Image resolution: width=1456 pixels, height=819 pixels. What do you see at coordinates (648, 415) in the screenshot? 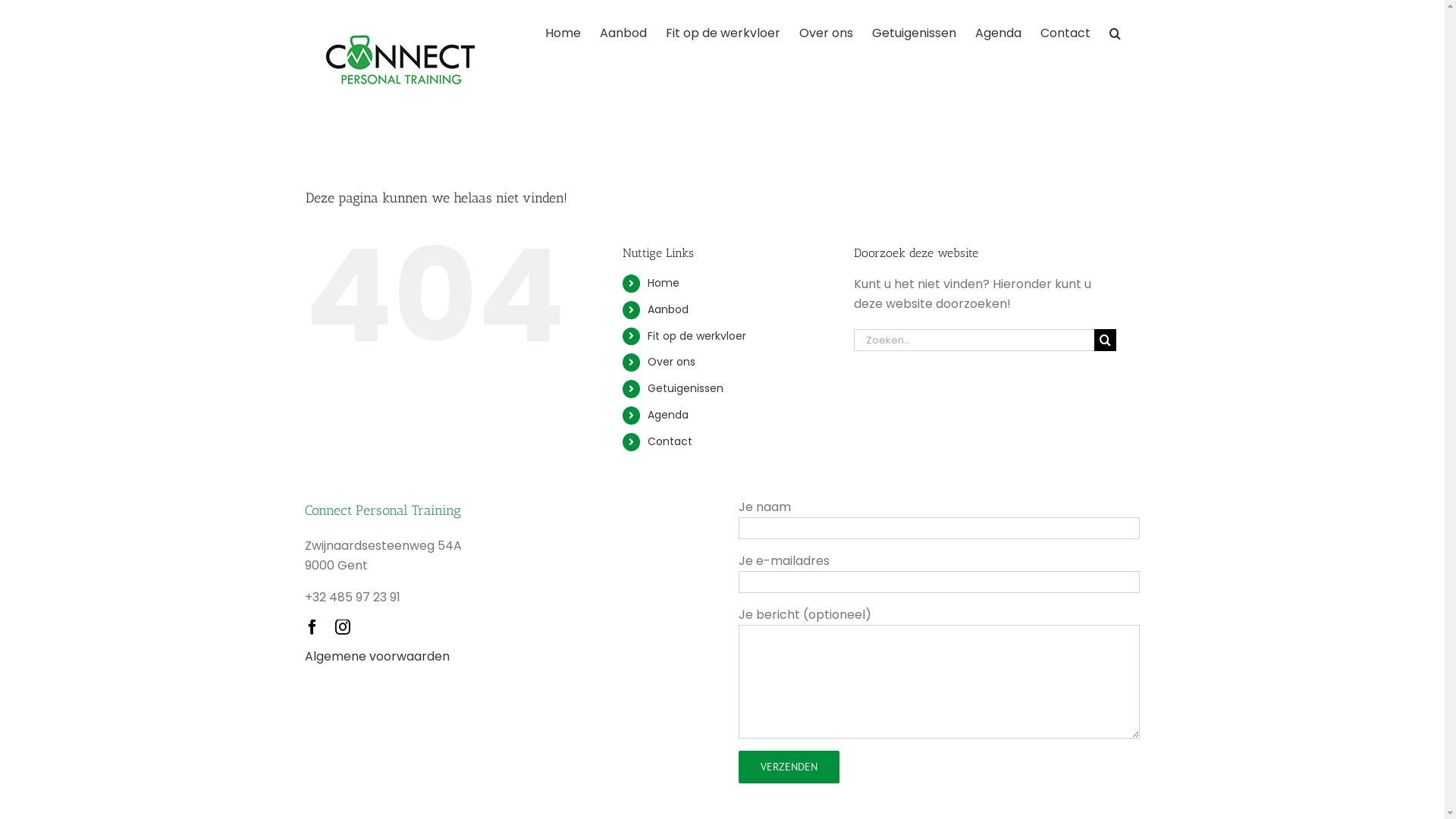
I see `'Agenda'` at bounding box center [648, 415].